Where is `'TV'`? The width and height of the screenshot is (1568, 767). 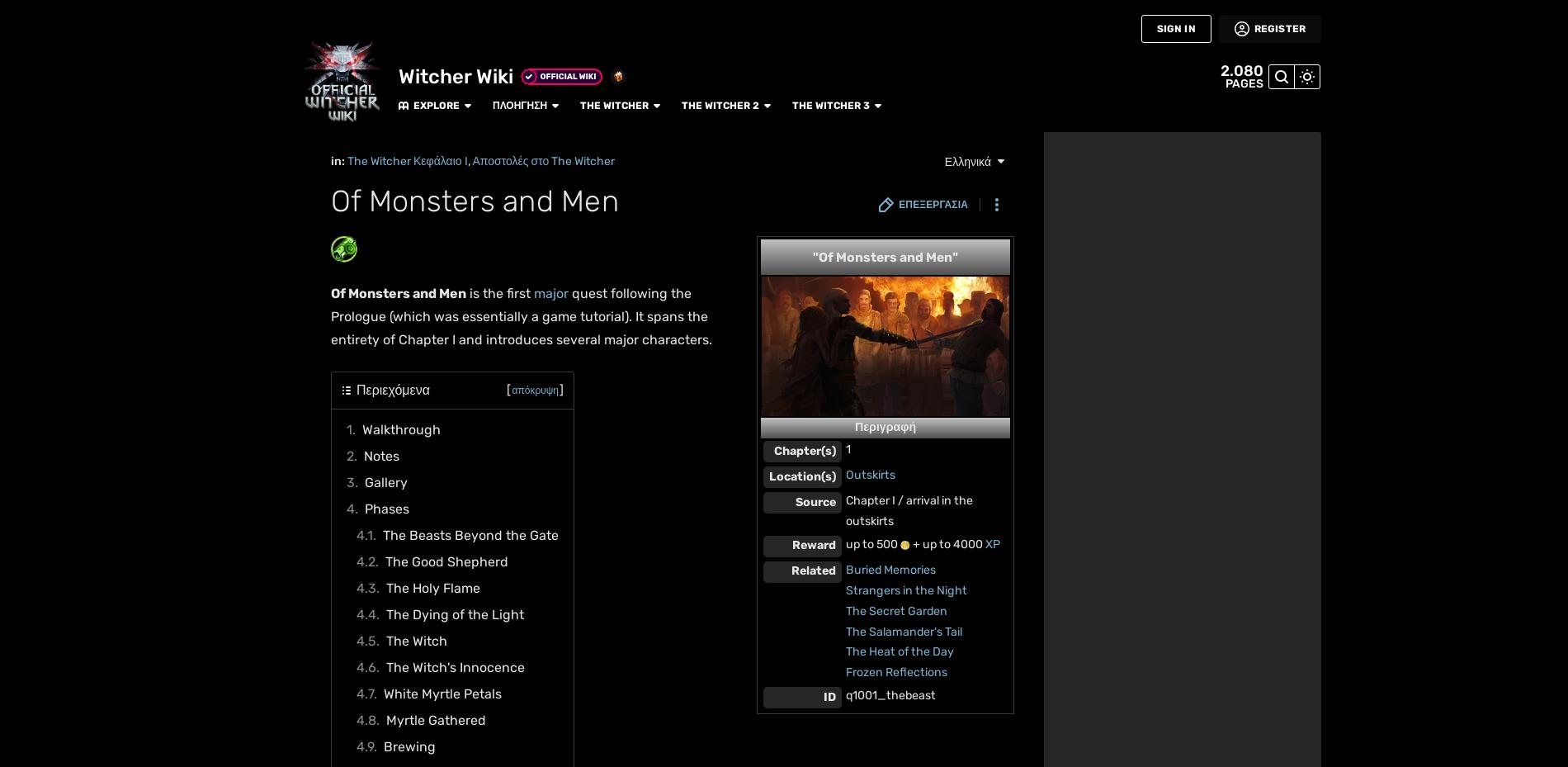
'TV' is located at coordinates (26, 271).